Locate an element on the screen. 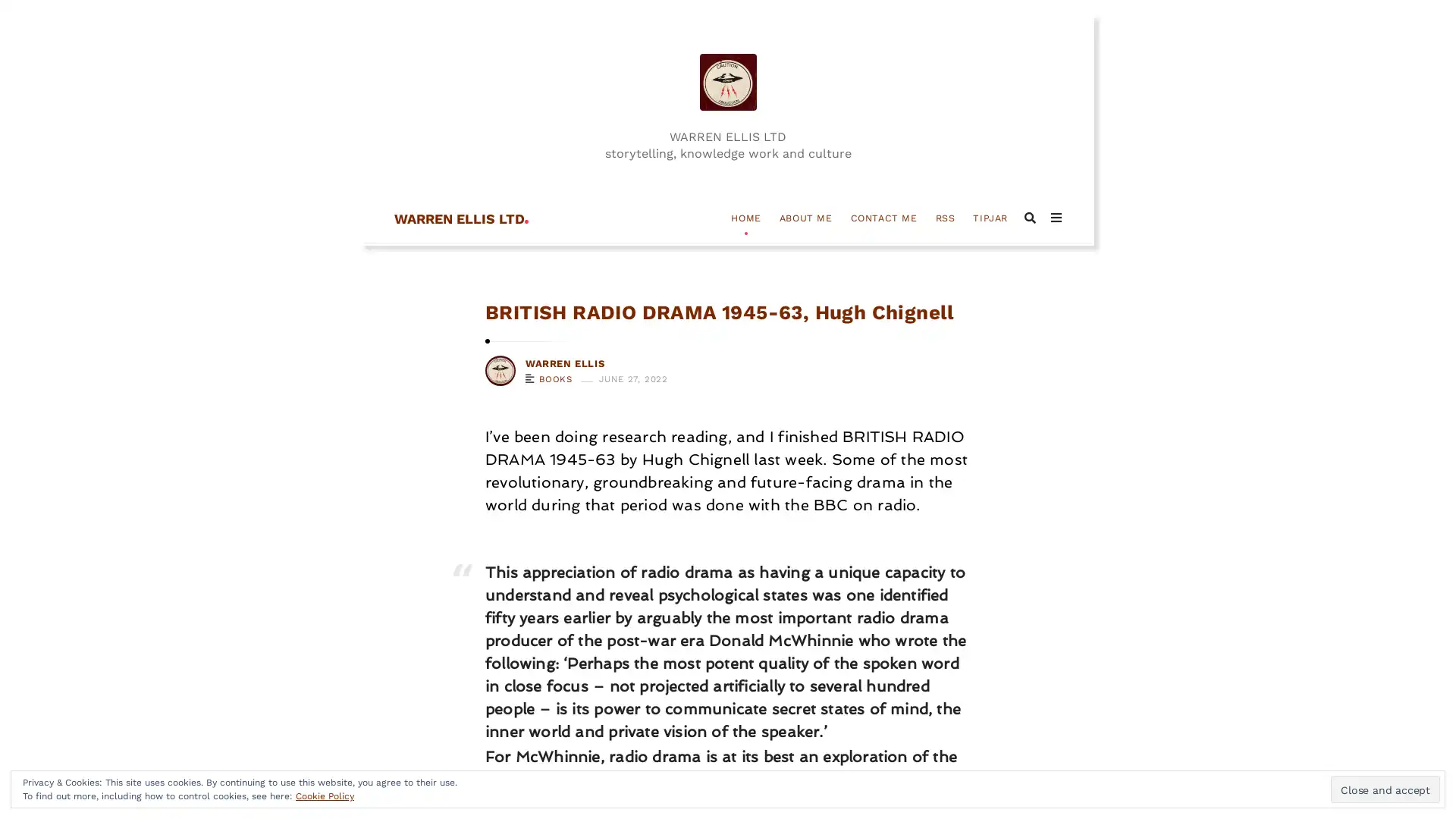 This screenshot has width=1456, height=819. Close and accept is located at coordinates (1385, 789).